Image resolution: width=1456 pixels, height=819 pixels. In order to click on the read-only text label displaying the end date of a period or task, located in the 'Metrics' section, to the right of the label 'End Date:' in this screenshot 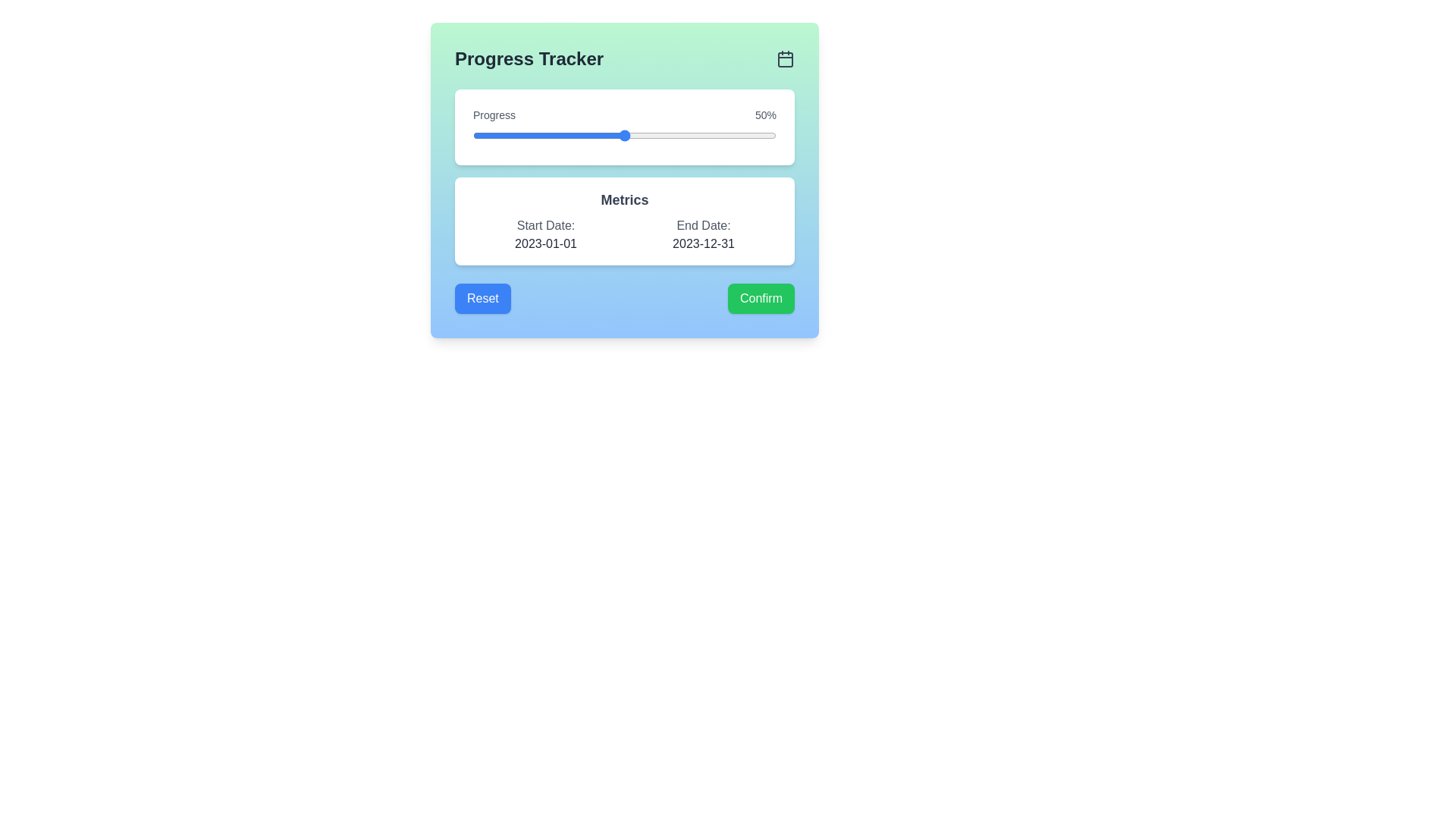, I will do `click(702, 243)`.